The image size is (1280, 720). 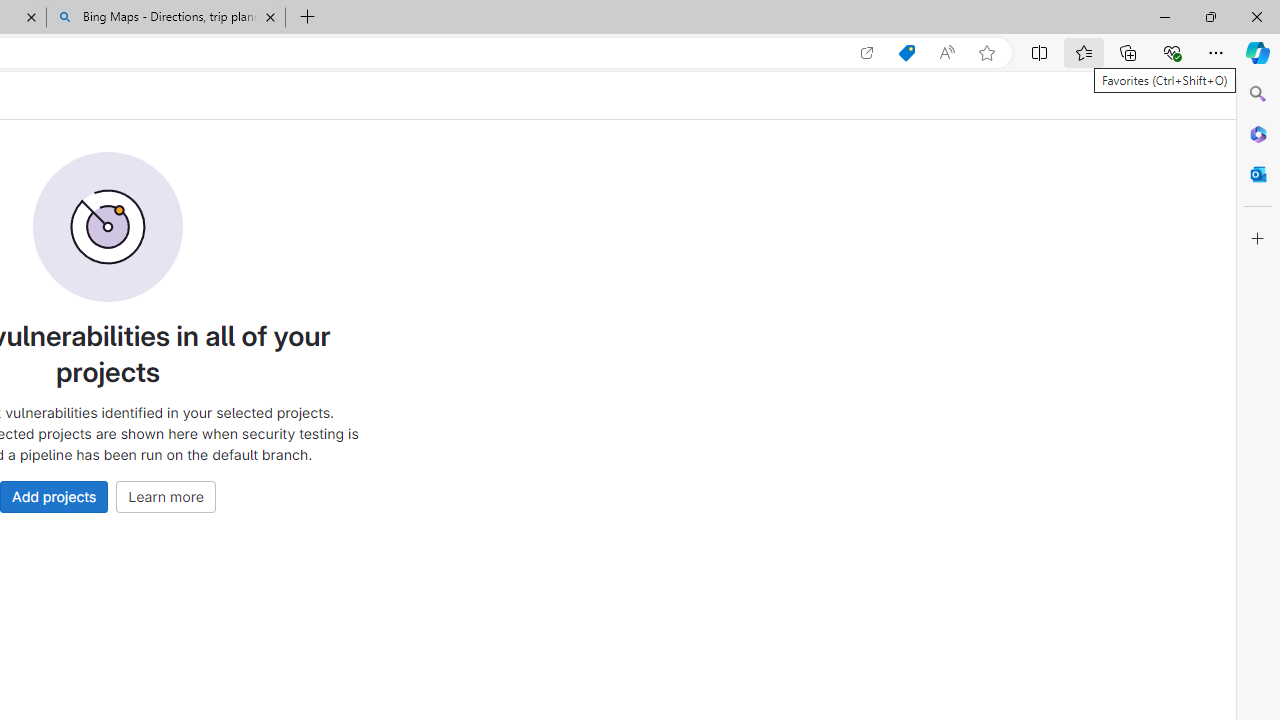 I want to click on 'Open in app', so click(x=867, y=52).